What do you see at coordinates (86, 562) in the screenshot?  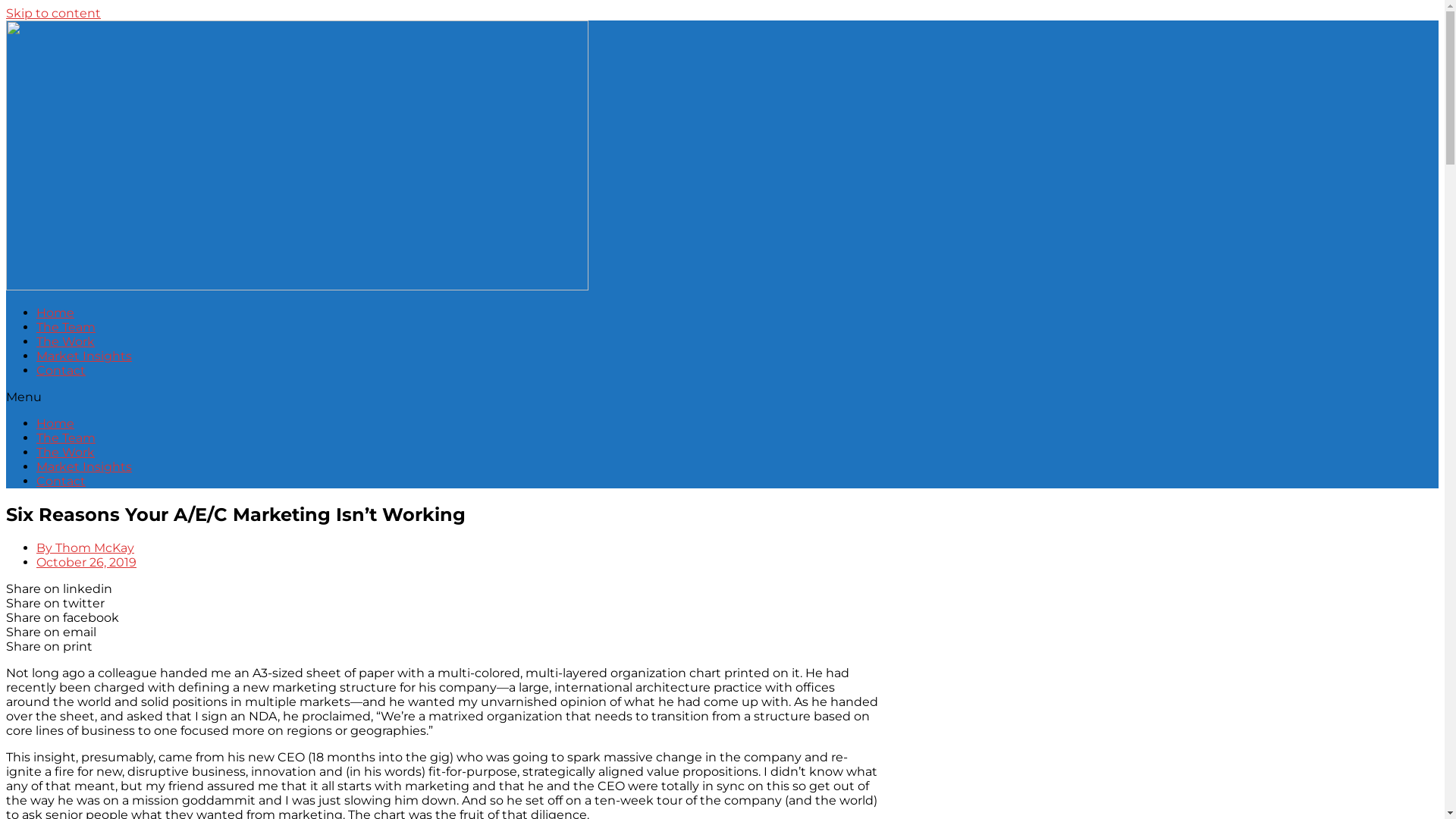 I see `'October 26, 2019'` at bounding box center [86, 562].